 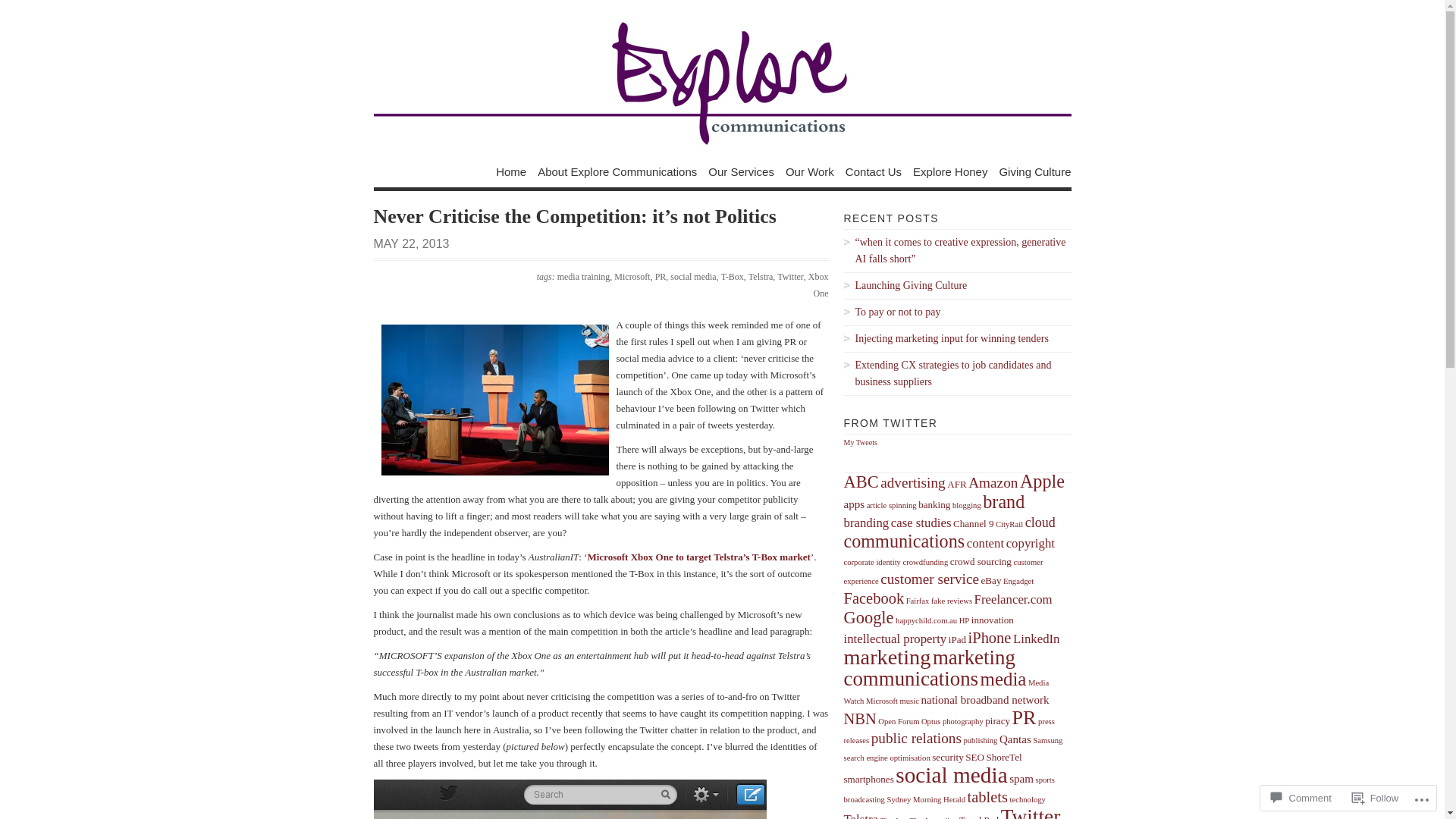 I want to click on 'spam', so click(x=1021, y=778).